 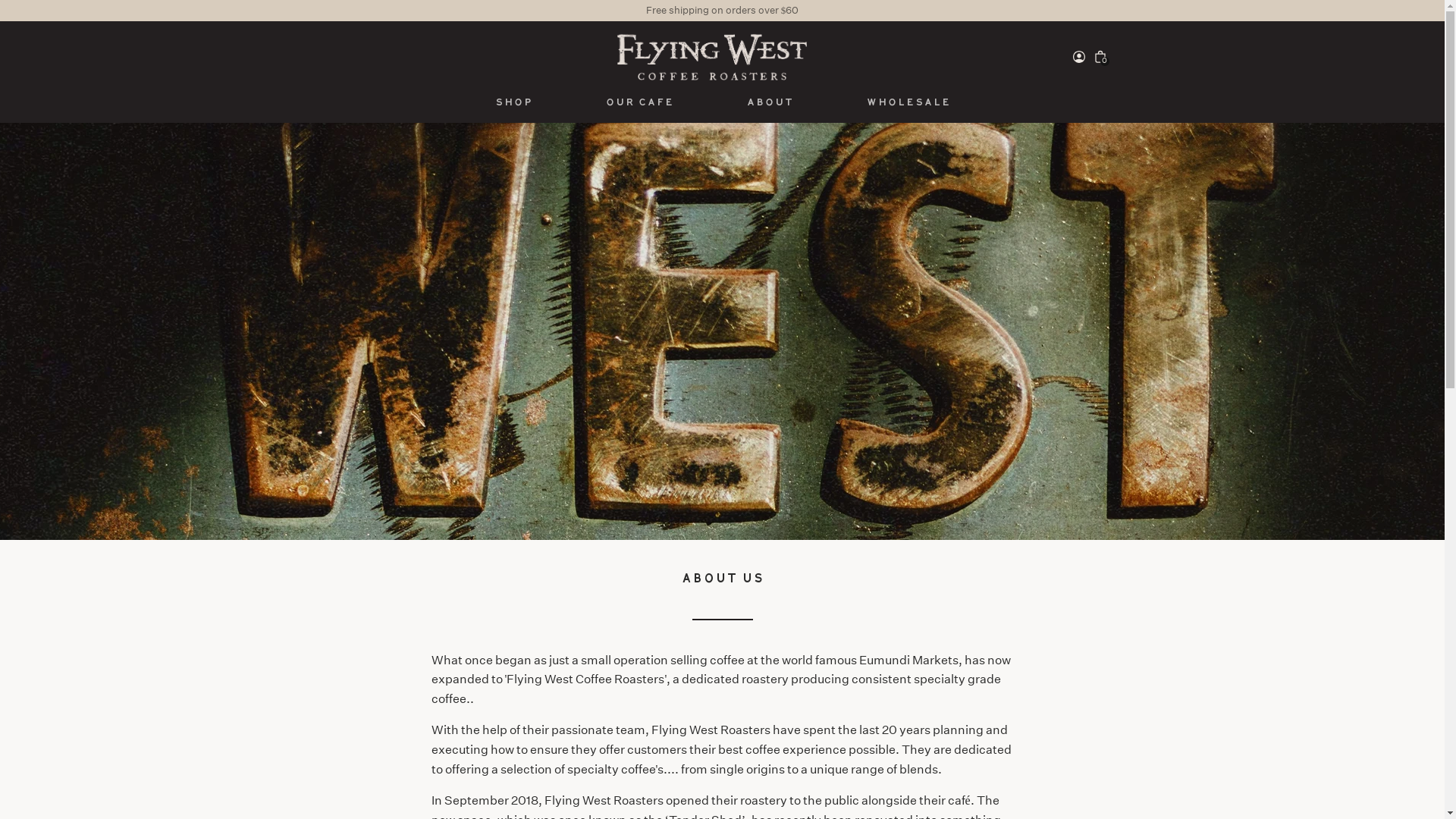 I want to click on '0', so click(x=1099, y=55).